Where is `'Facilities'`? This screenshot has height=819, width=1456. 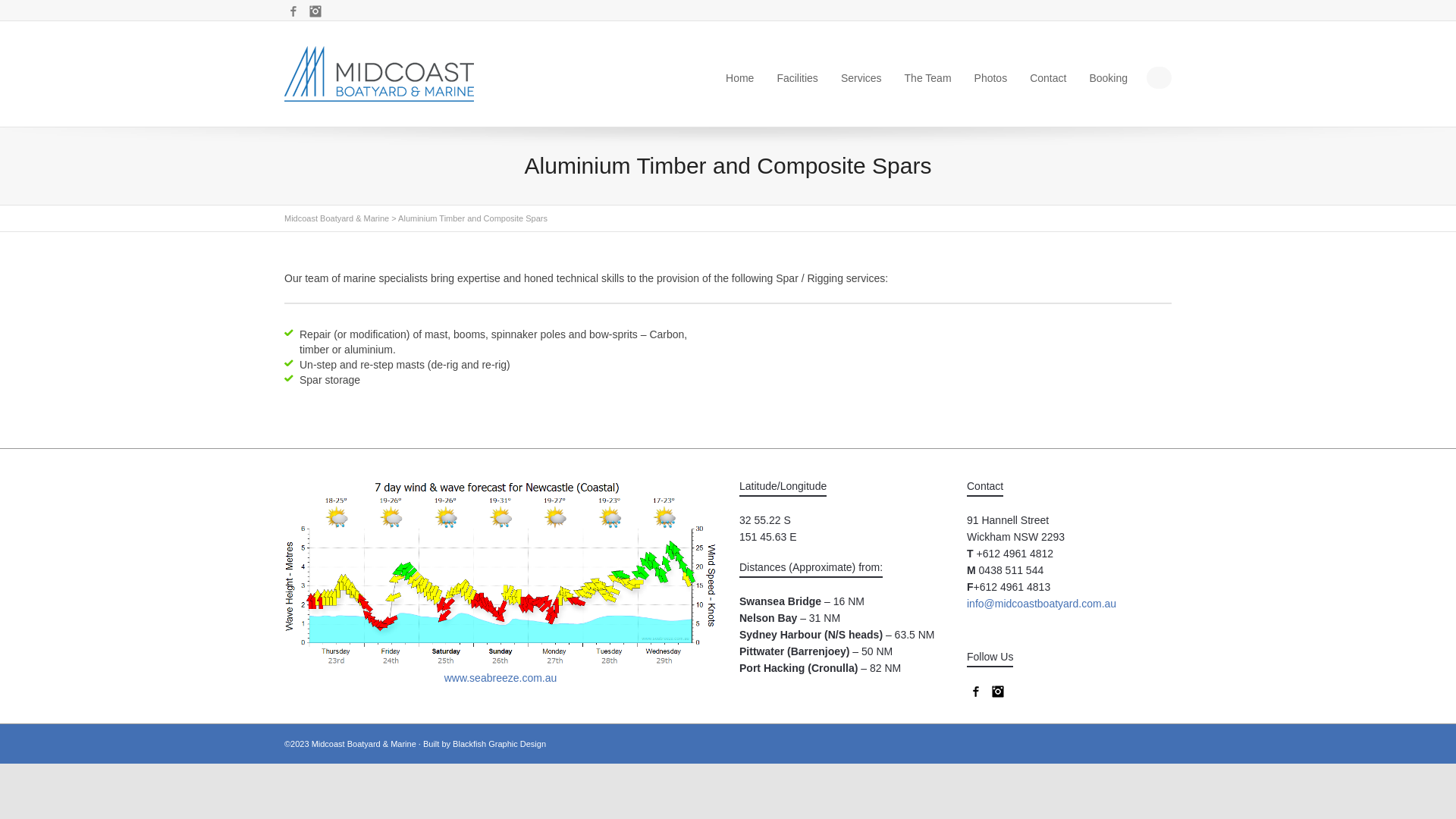
'Facilities' is located at coordinates (796, 78).